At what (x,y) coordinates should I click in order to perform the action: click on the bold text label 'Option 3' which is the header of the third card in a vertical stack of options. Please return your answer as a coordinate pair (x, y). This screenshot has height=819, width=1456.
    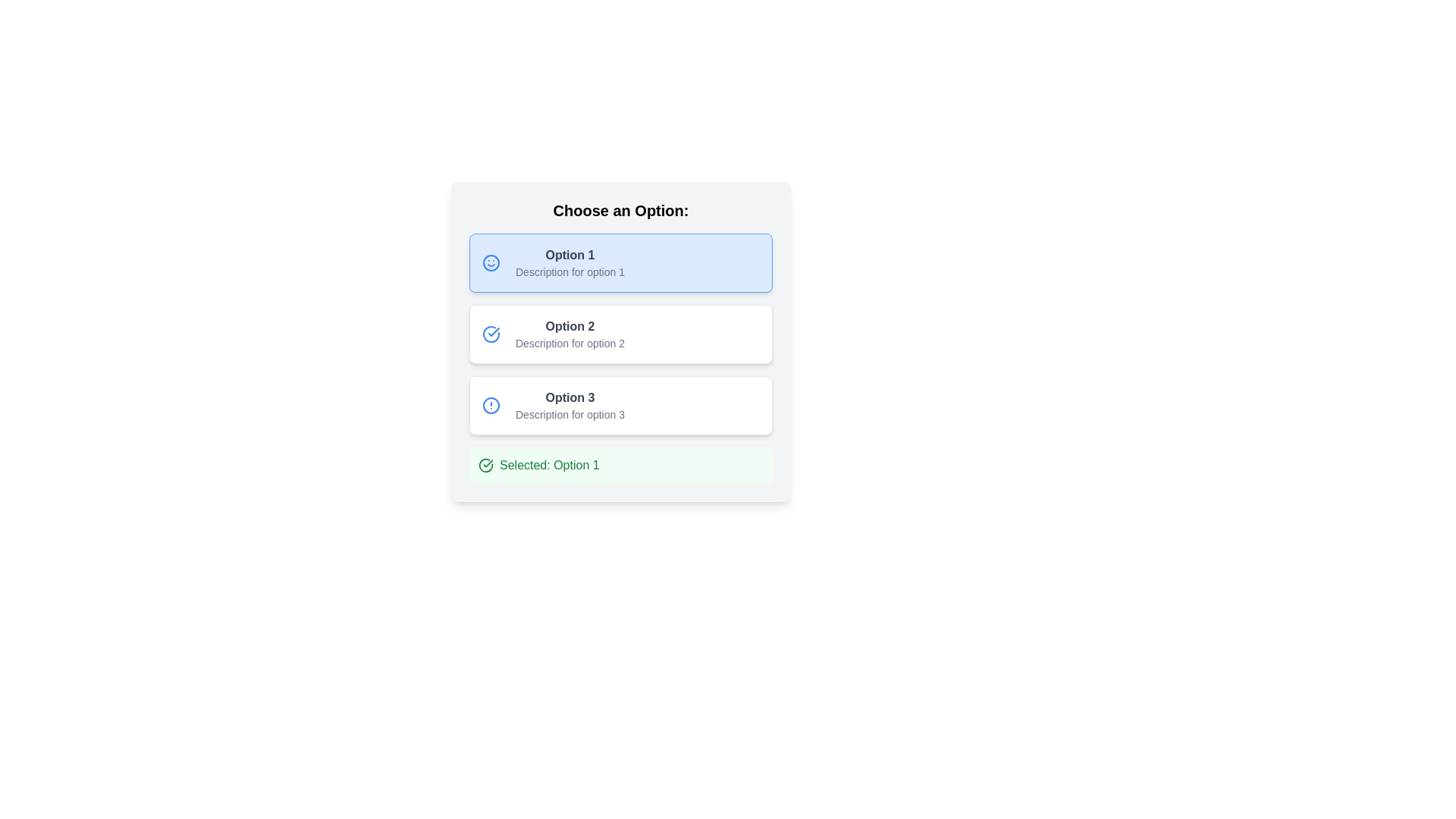
    Looking at the image, I should click on (570, 397).